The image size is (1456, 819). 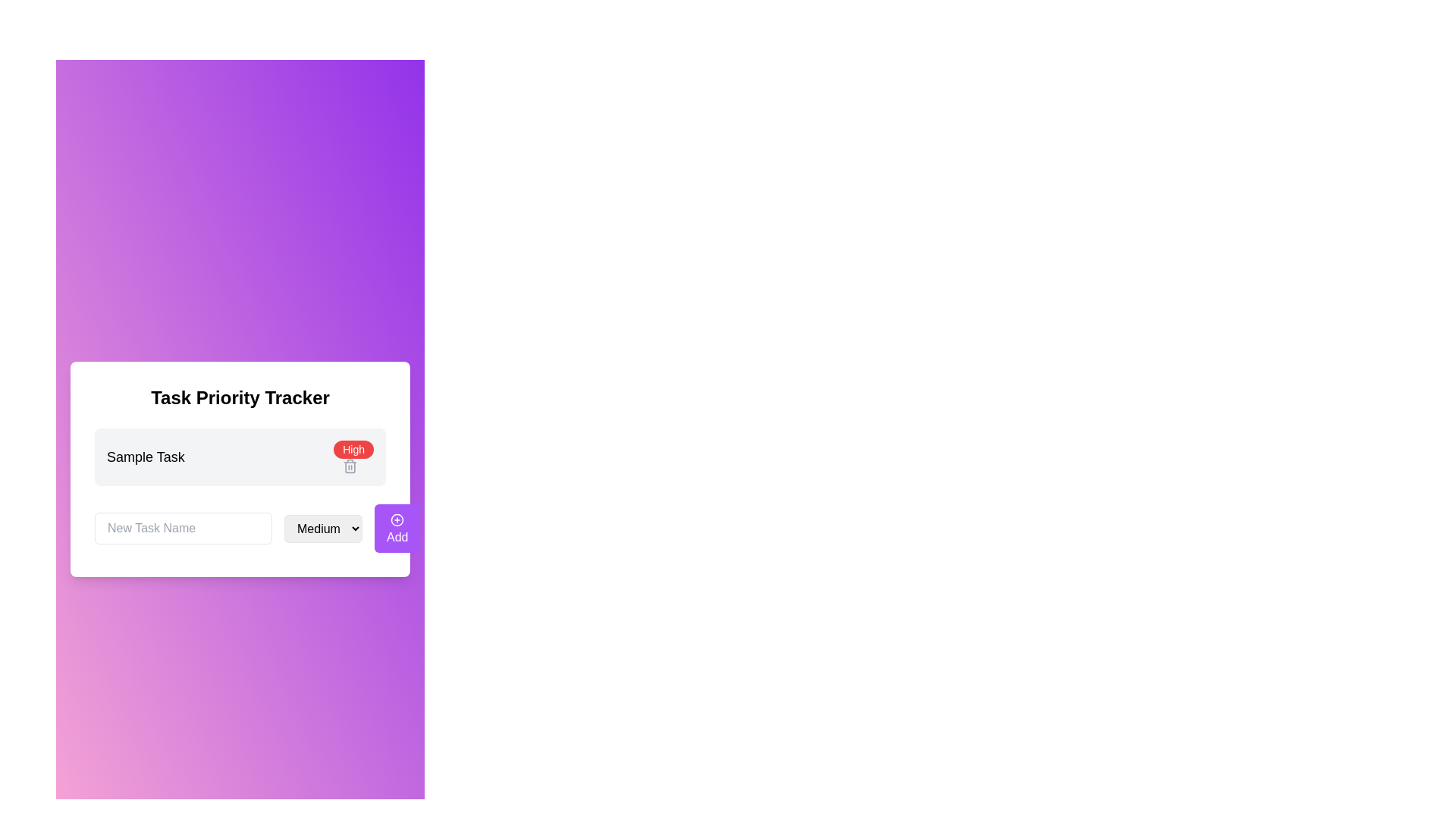 I want to click on the text input field for entering a new task, which is the first element in a horizontal group aligned to the left of a dropdown and an 'Add' button, so click(x=182, y=528).